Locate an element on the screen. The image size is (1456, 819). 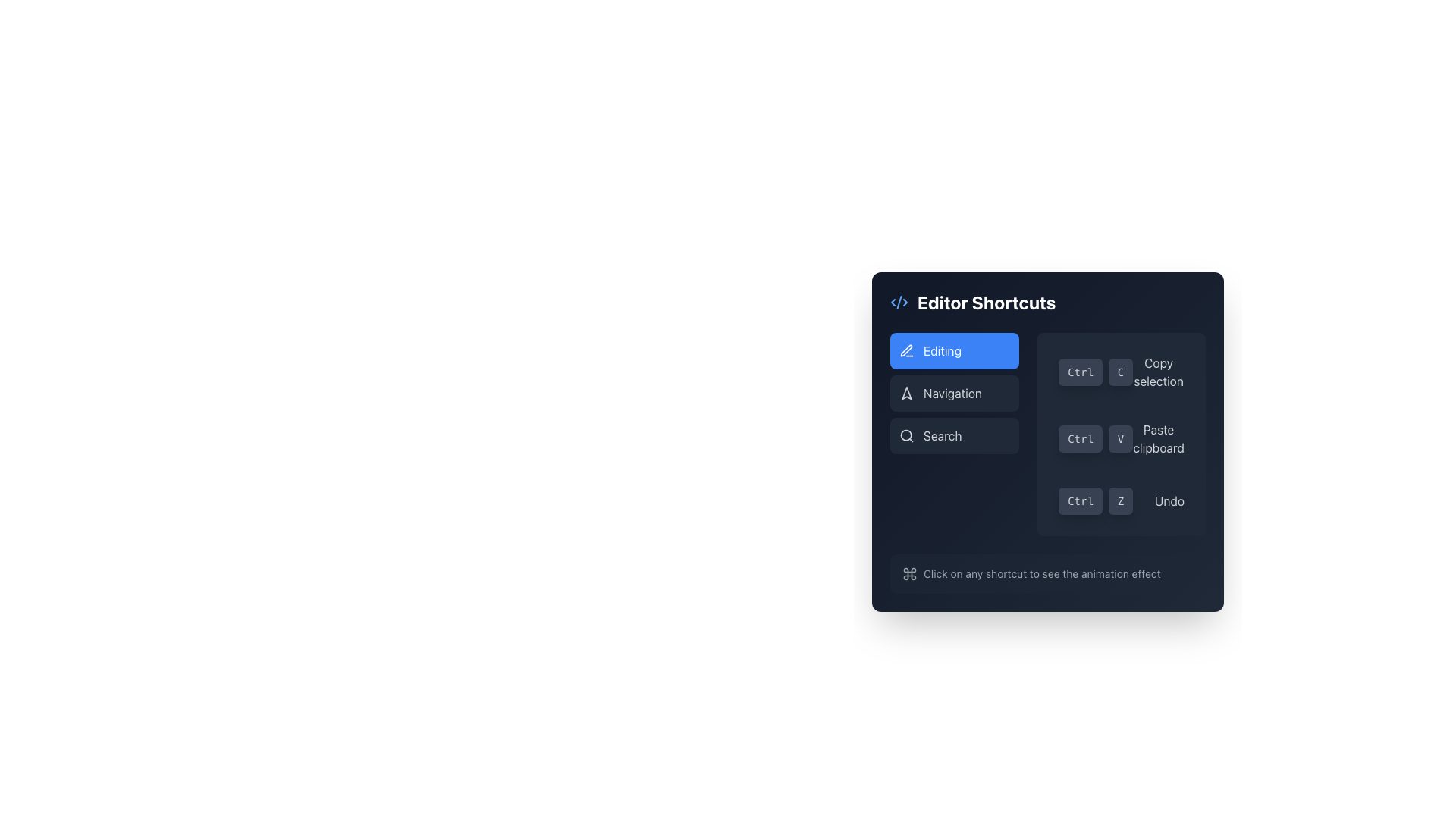
the 'Undo' shortcut button for 'Ctrl + Z' located under 'Editor Shortcuts' is located at coordinates (1121, 500).